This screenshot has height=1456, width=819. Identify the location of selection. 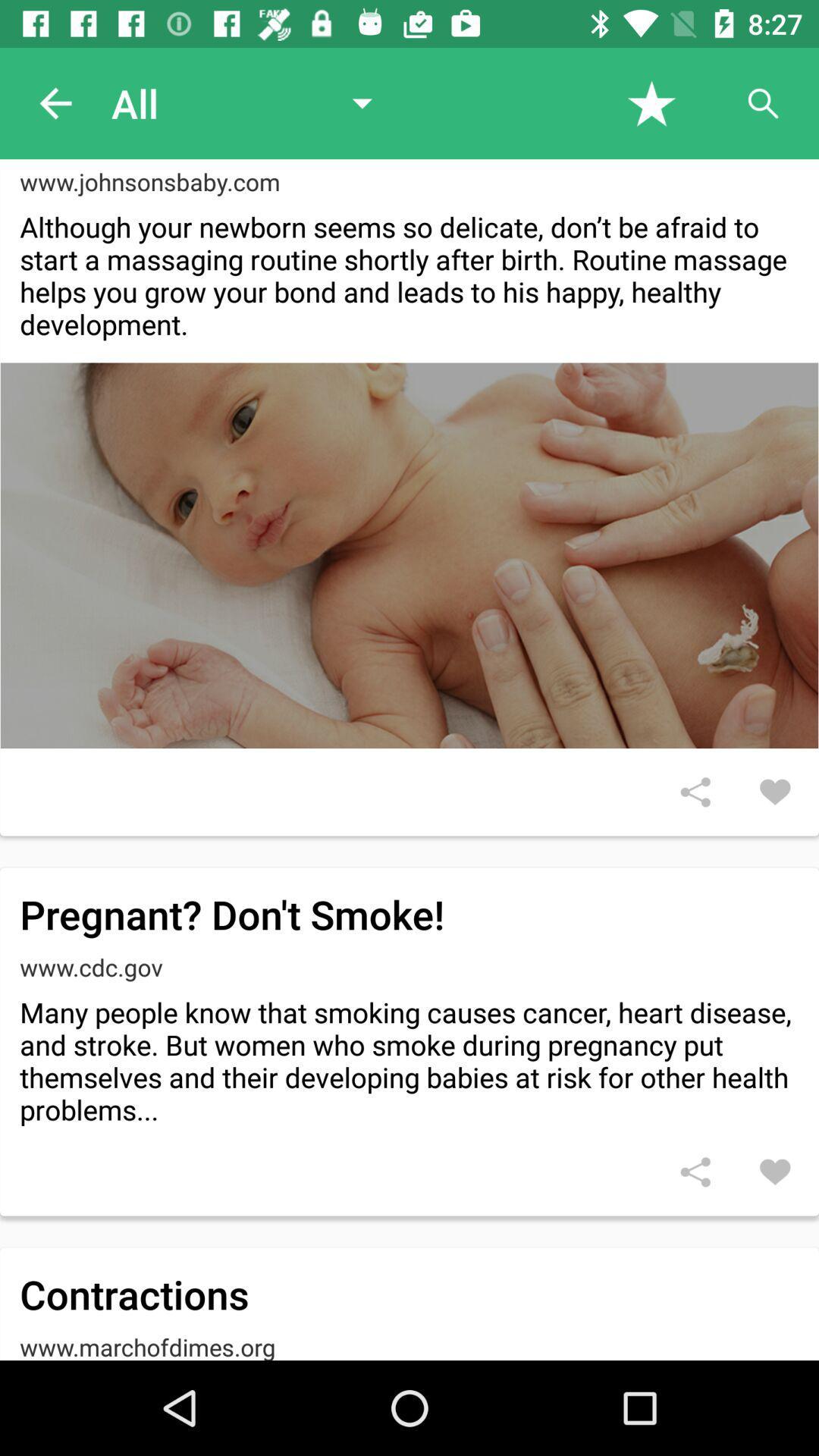
(651, 102).